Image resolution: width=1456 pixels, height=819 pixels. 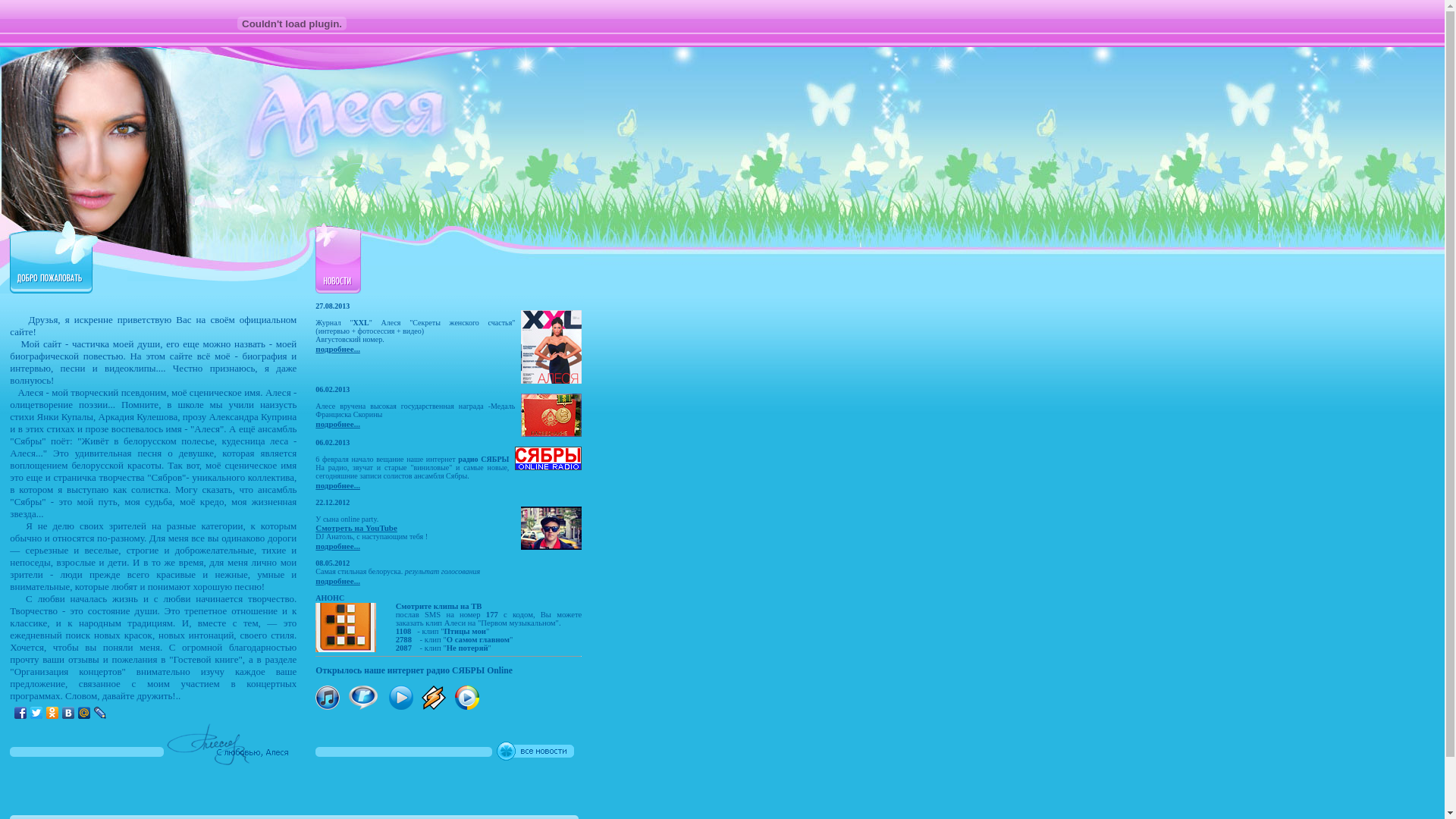 What do you see at coordinates (20, 713) in the screenshot?
I see `'Facebook'` at bounding box center [20, 713].